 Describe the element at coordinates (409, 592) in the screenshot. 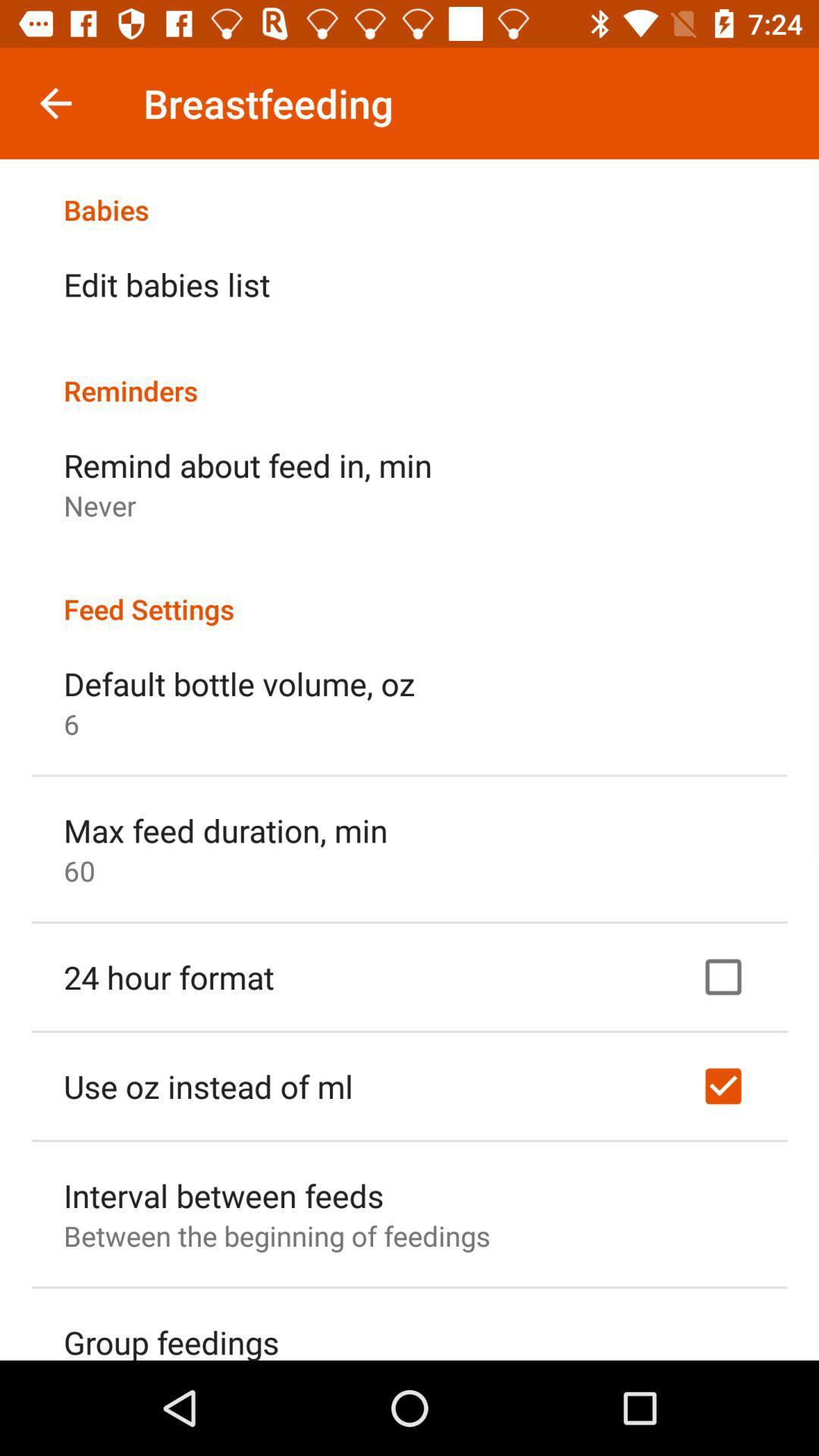

I see `icon at the center` at that location.